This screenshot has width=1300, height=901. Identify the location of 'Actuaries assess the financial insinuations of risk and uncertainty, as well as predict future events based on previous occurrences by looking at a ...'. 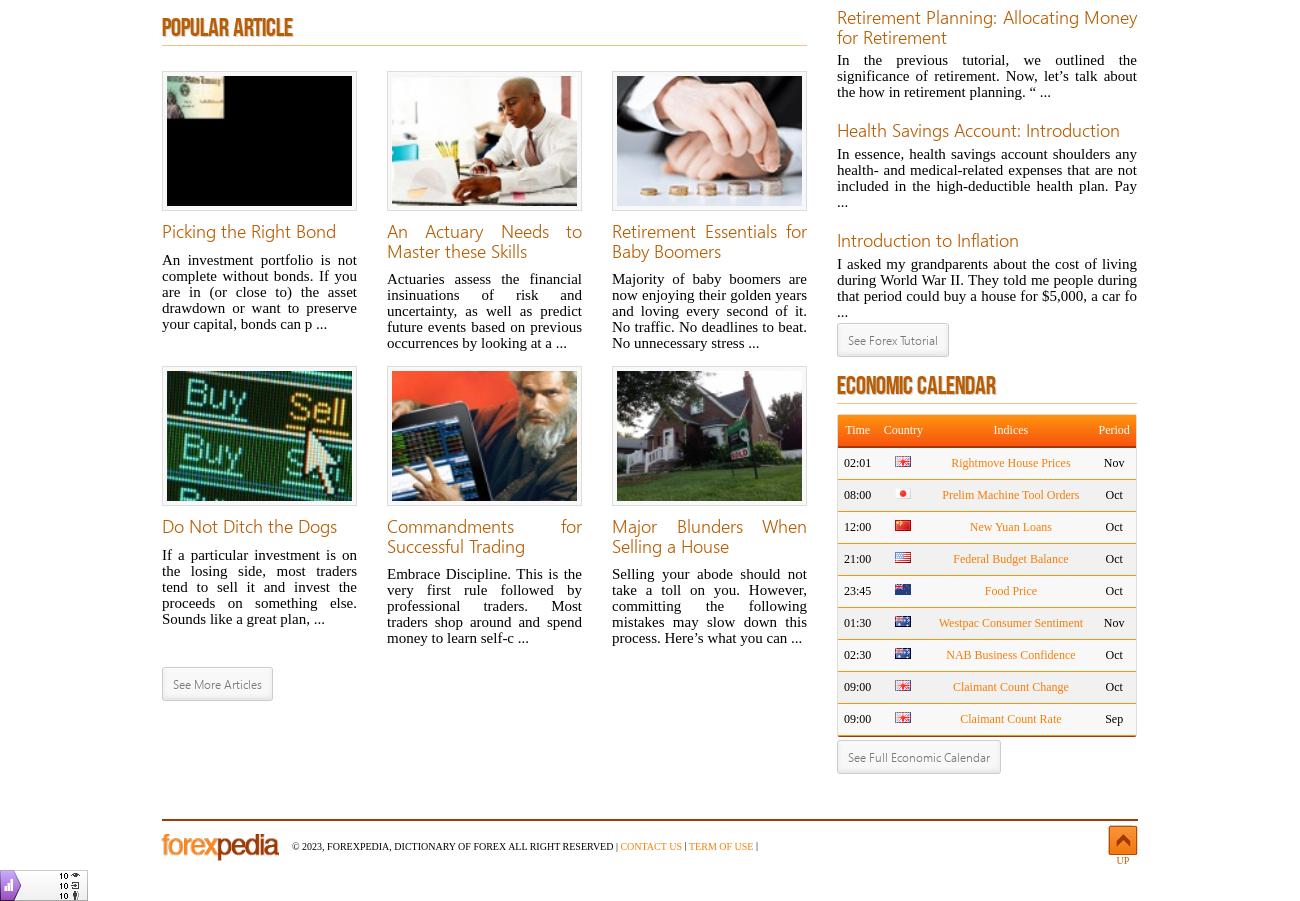
(483, 311).